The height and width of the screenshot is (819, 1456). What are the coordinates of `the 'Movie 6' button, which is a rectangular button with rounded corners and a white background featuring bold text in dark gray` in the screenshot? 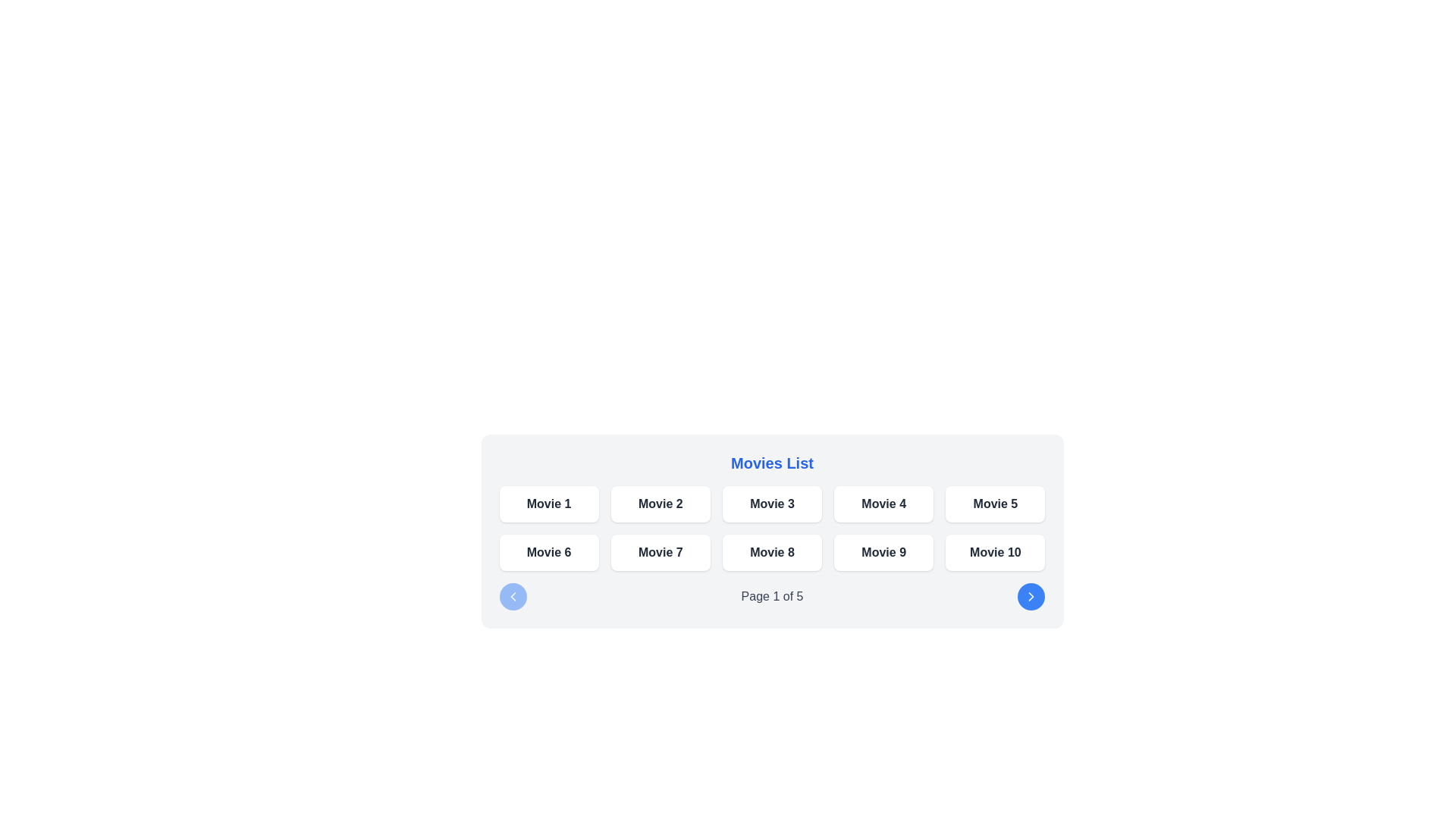 It's located at (548, 553).